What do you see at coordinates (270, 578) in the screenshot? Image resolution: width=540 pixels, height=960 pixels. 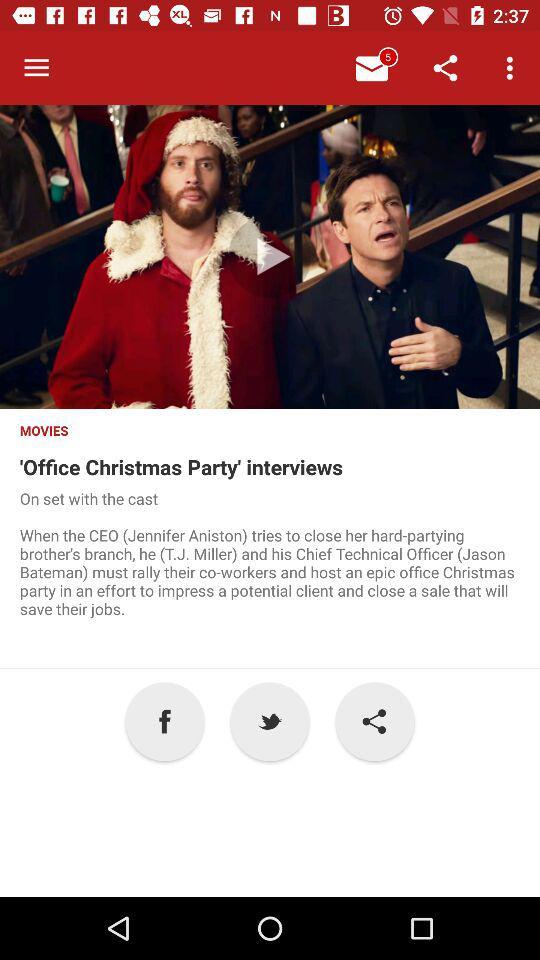 I see `on set with icon` at bounding box center [270, 578].